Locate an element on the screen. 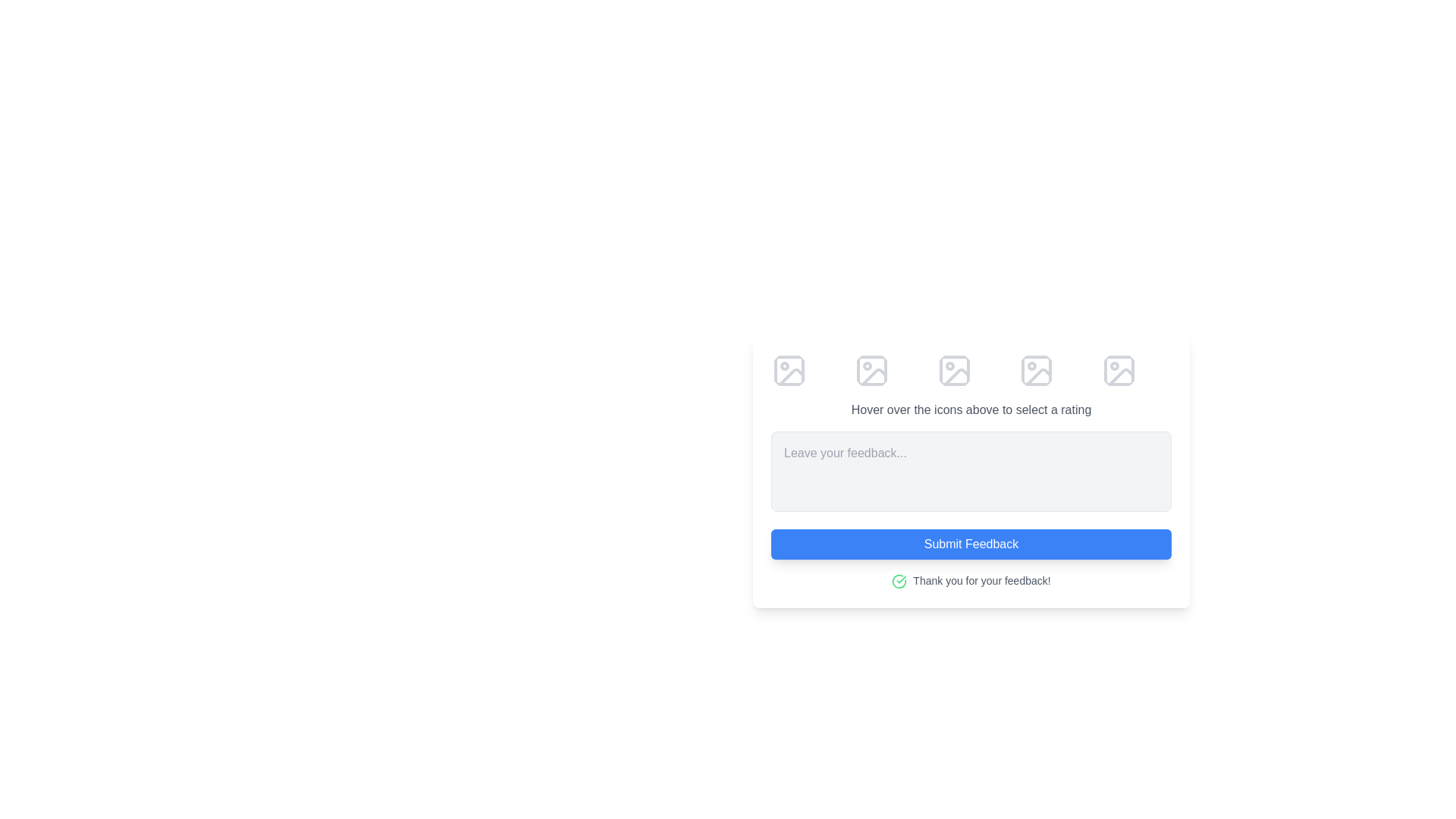 Image resolution: width=1456 pixels, height=819 pixels. the static text label that reads 'Thank you for your feedback!' located below the 'Submit Feedback' button is located at coordinates (982, 580).